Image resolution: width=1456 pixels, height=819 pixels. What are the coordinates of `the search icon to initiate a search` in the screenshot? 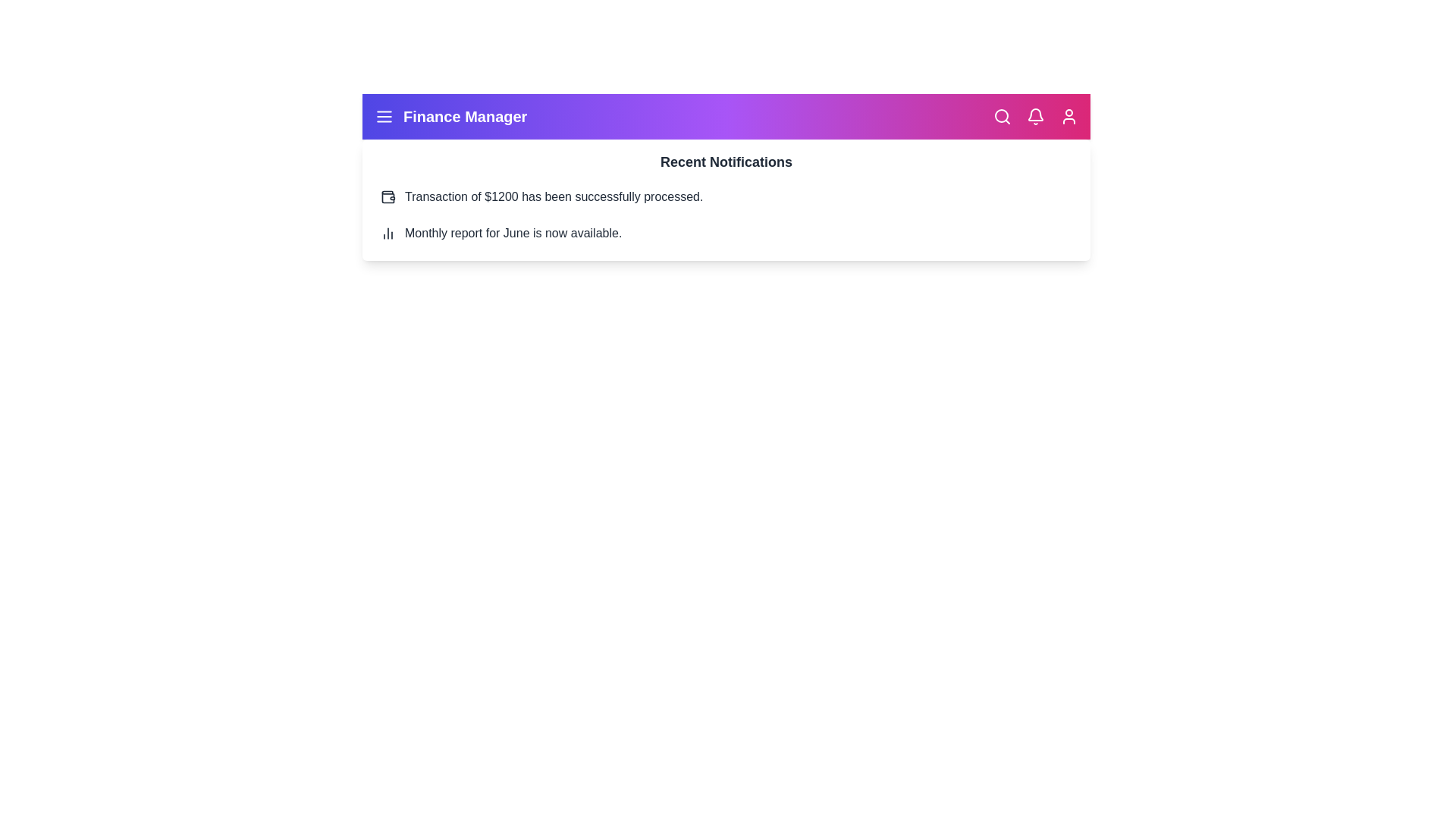 It's located at (1002, 116).